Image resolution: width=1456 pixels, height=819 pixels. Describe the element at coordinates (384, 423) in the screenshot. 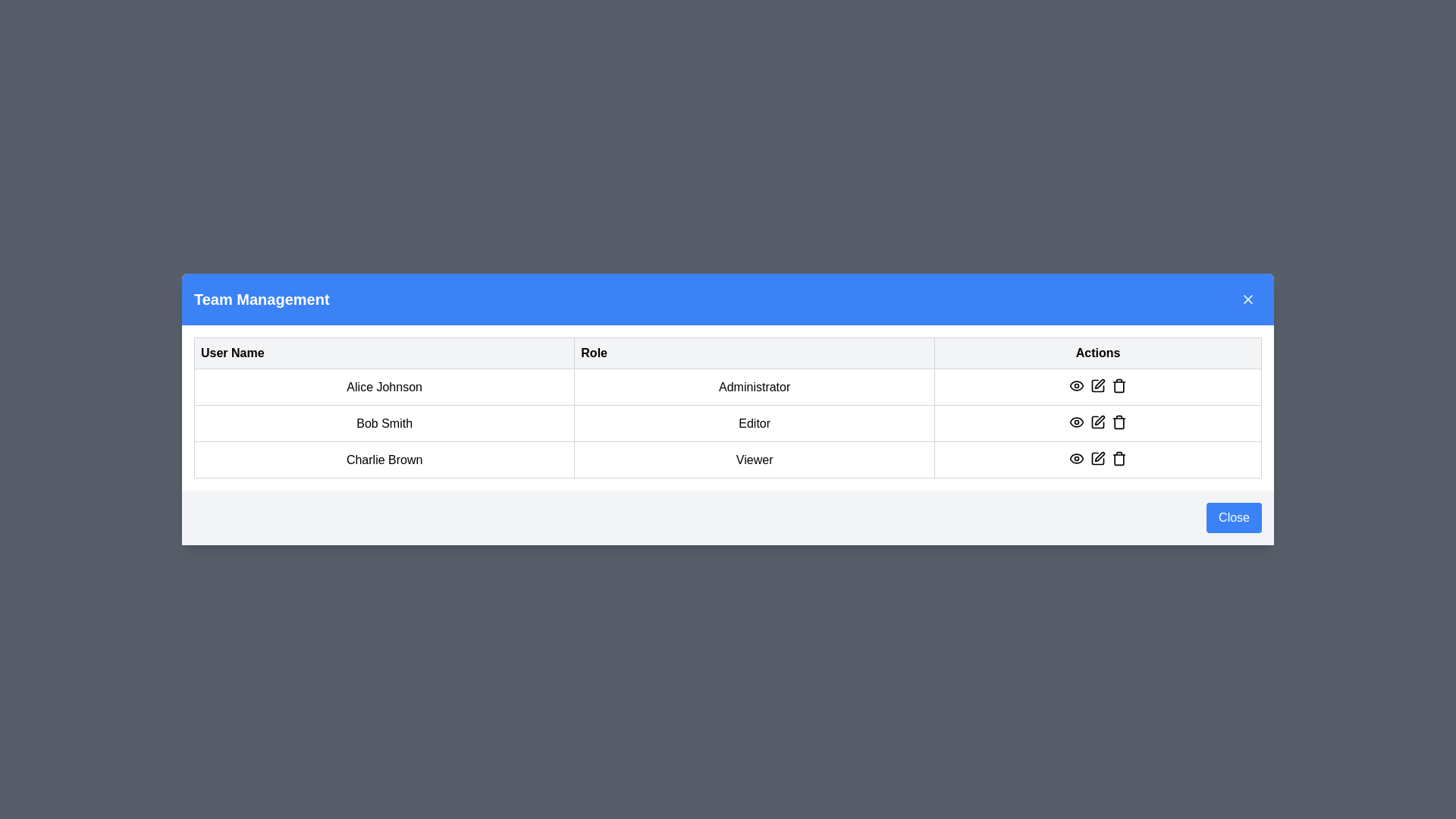

I see `text content of the Label displaying user name 'Bob Smith' located in the second row under the 'User Name' column in a table` at that location.